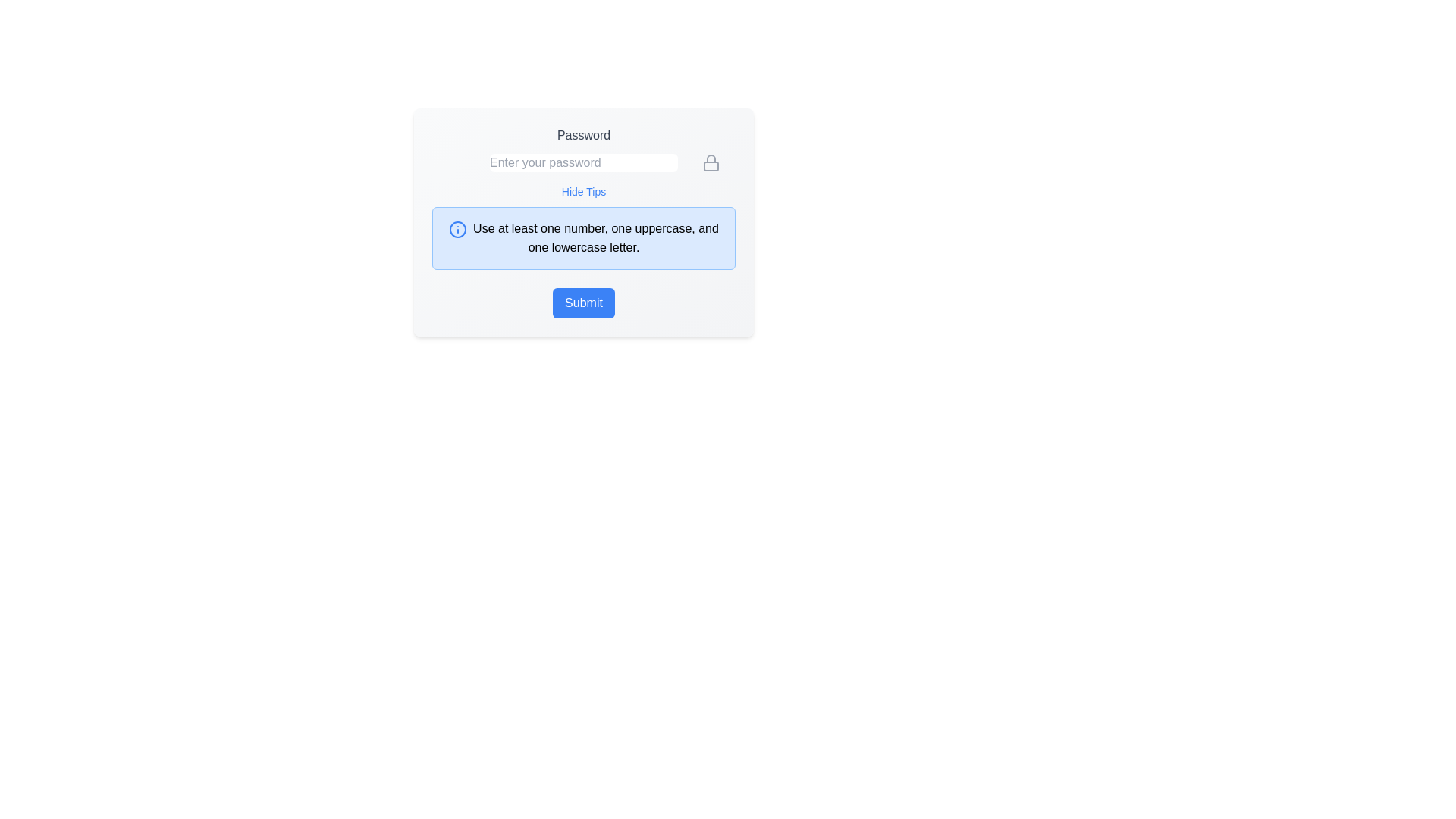 This screenshot has height=819, width=1456. I want to click on rectangular shape with rounded corners that represents the lower half of the lock icon, located to the right of the password input field, so click(710, 166).